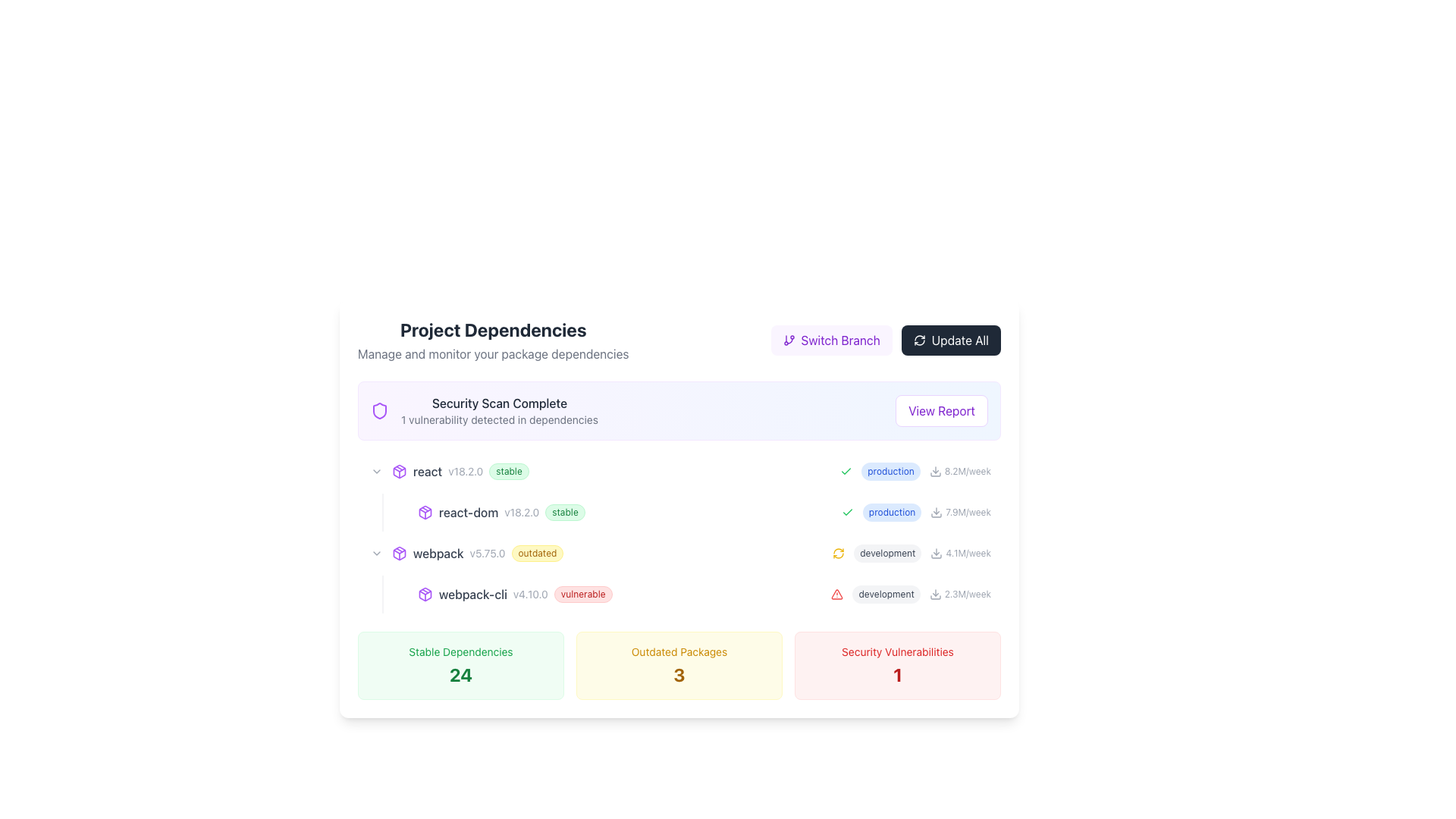  I want to click on the information displayed on the first informational card showing the number of stable dependencies in the dashboard view, so click(460, 665).